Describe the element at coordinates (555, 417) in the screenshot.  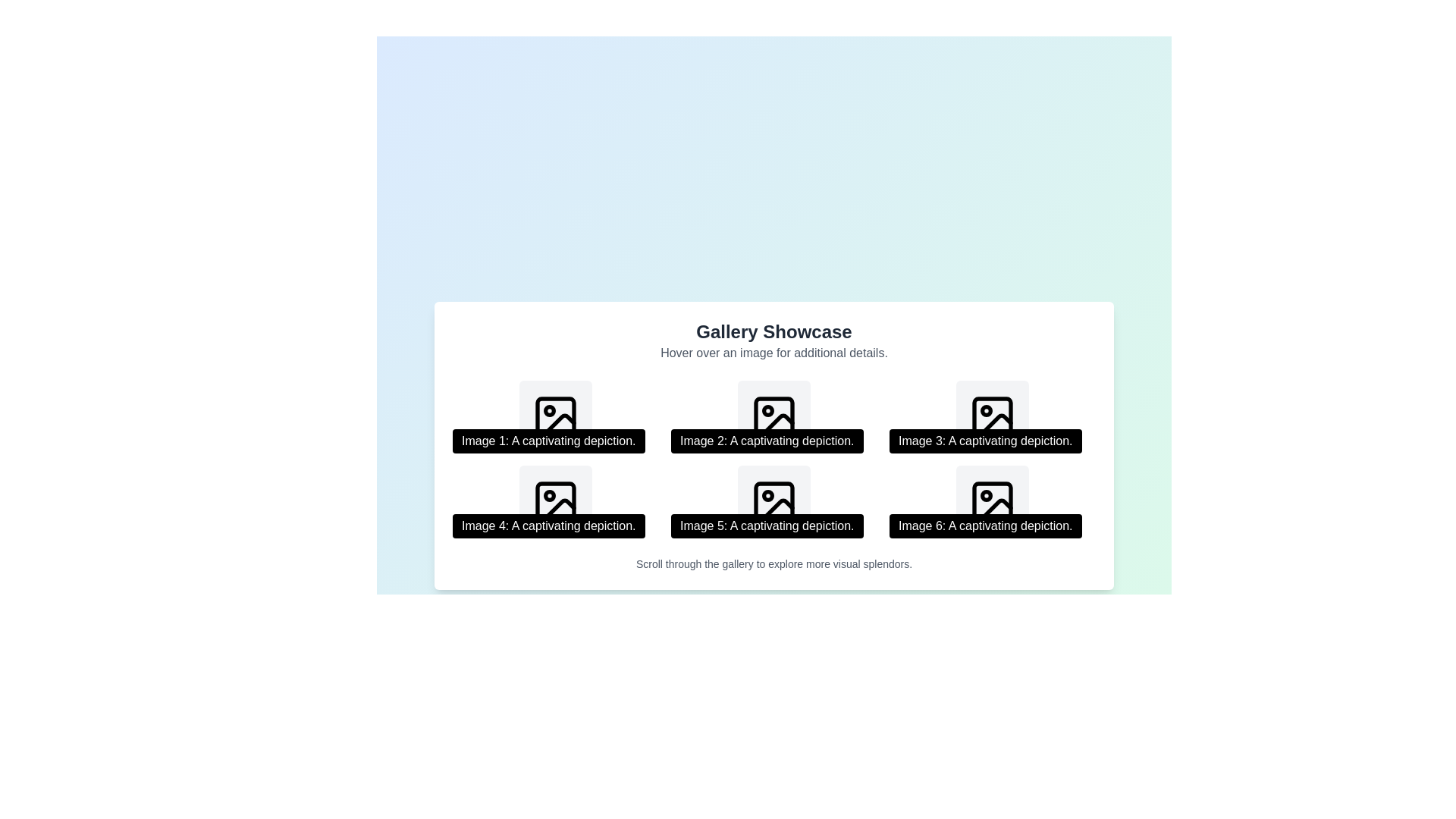
I see `the image icon from the first card in the top row of the grid, which has a gray background and rounded corners` at that location.